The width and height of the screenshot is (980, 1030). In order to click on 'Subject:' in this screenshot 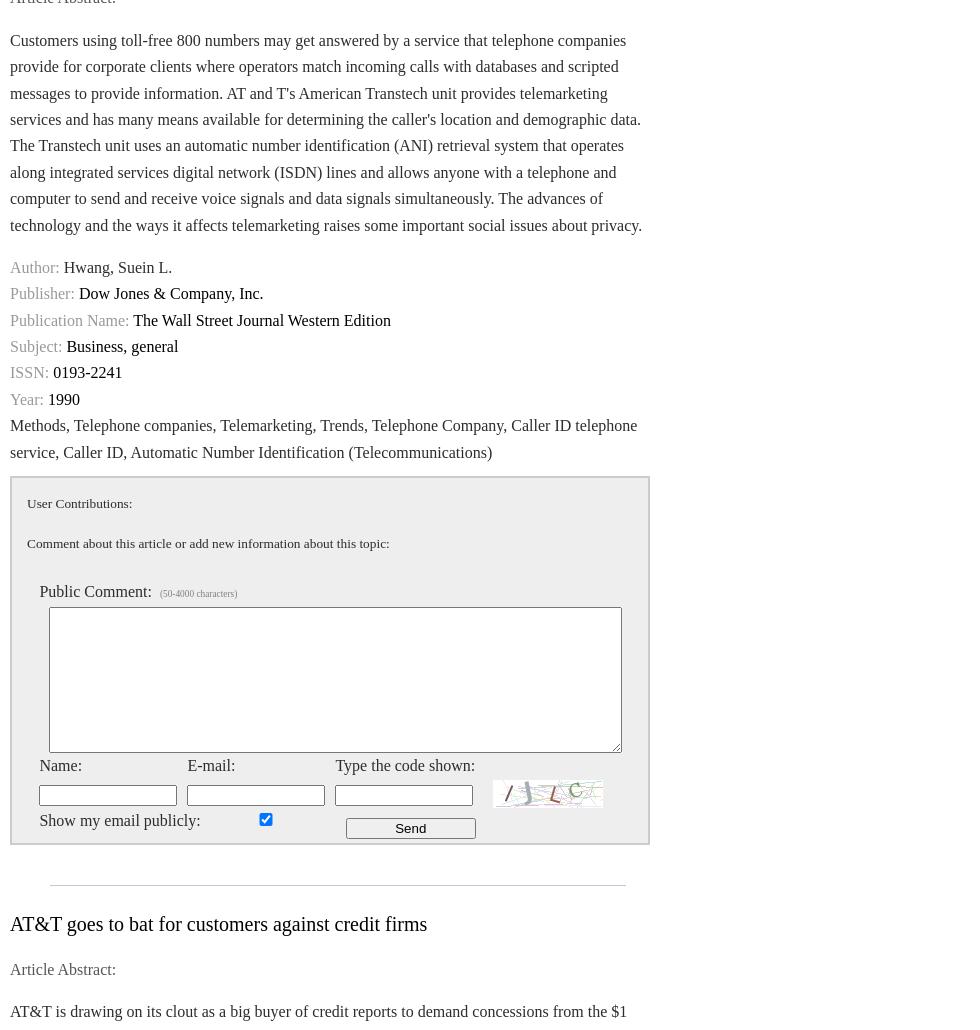, I will do `click(35, 346)`.